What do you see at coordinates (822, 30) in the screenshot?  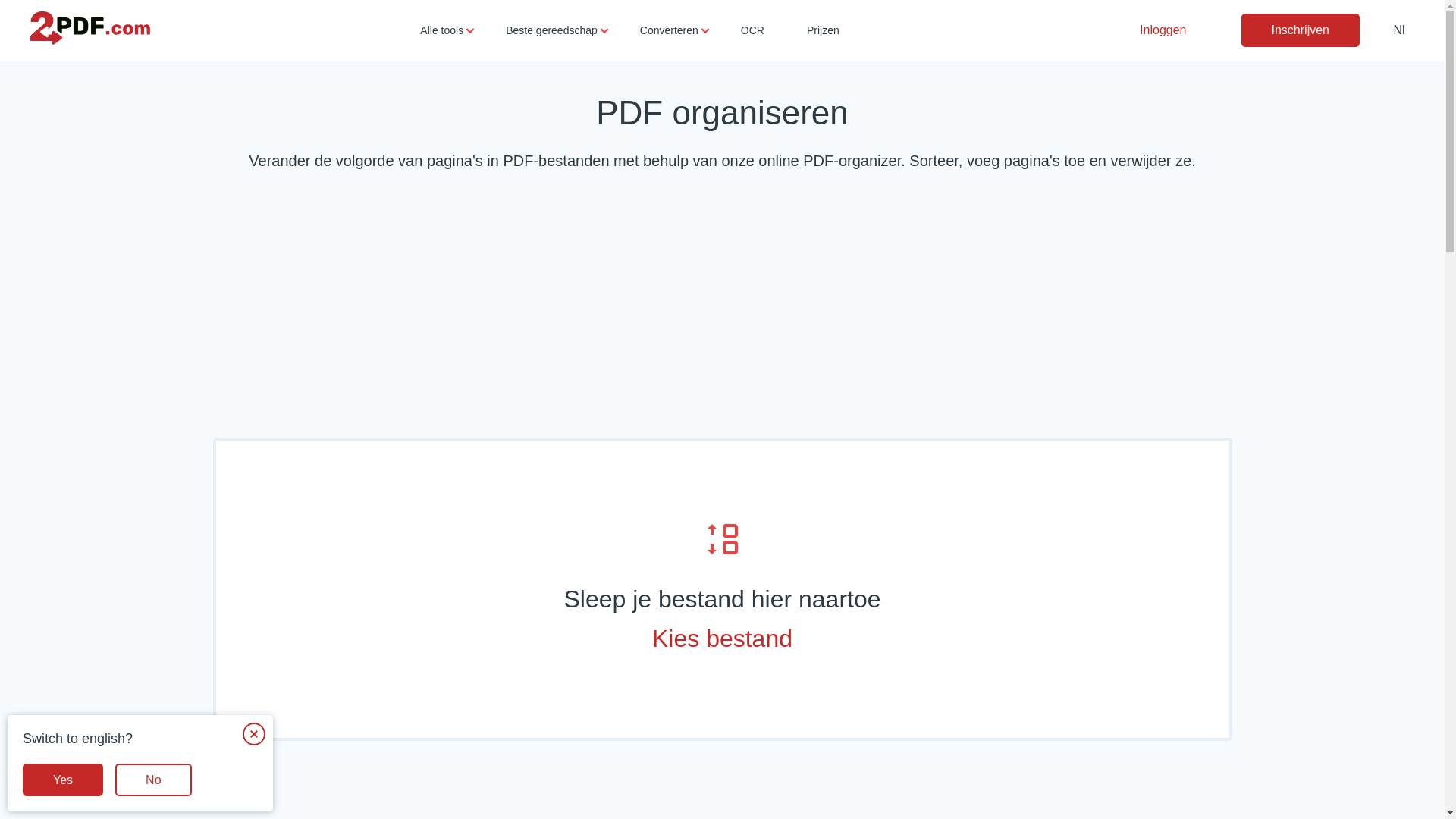 I see `'Prijzen'` at bounding box center [822, 30].